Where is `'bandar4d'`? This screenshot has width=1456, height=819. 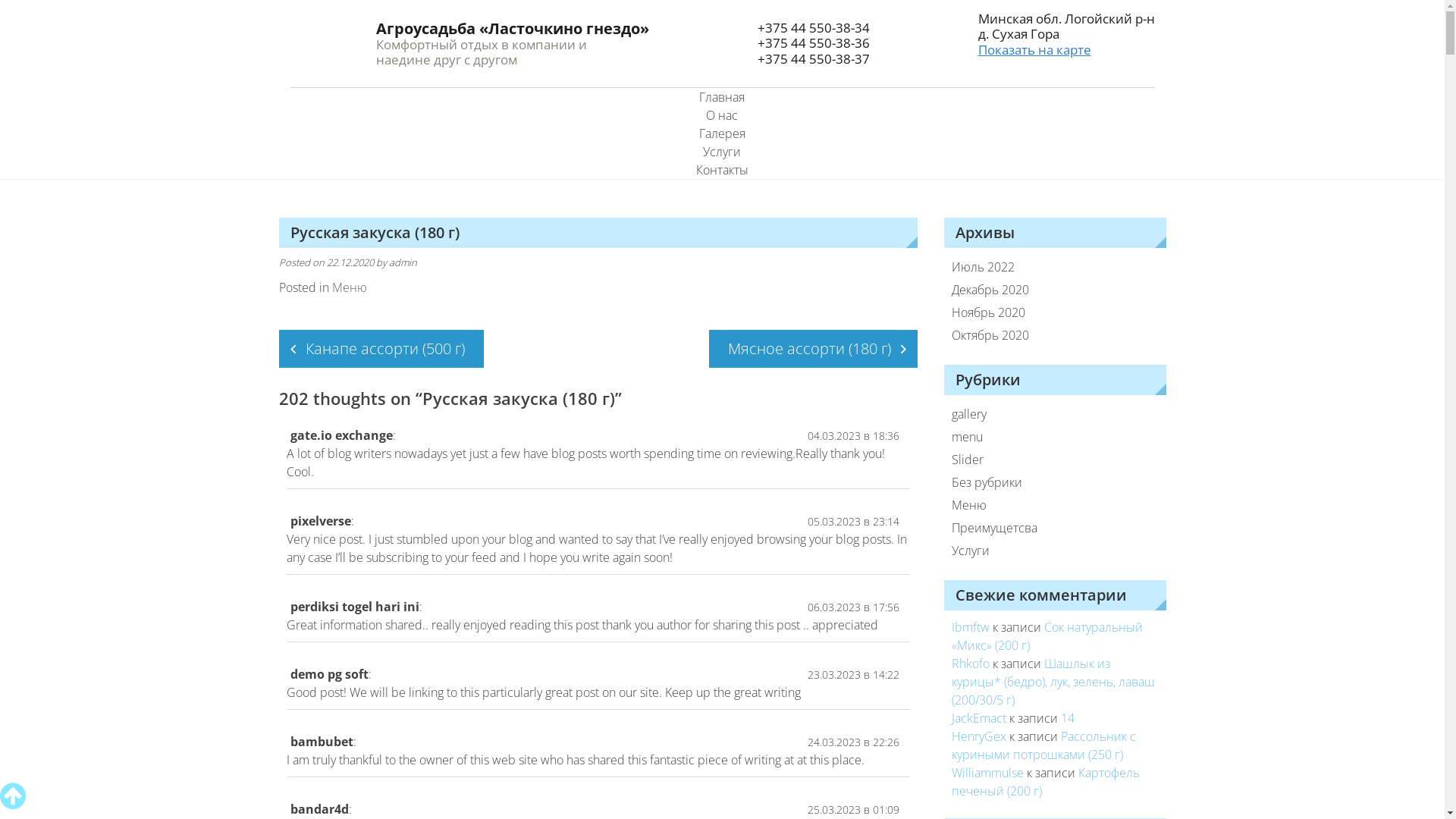 'bandar4d' is located at coordinates (318, 808).